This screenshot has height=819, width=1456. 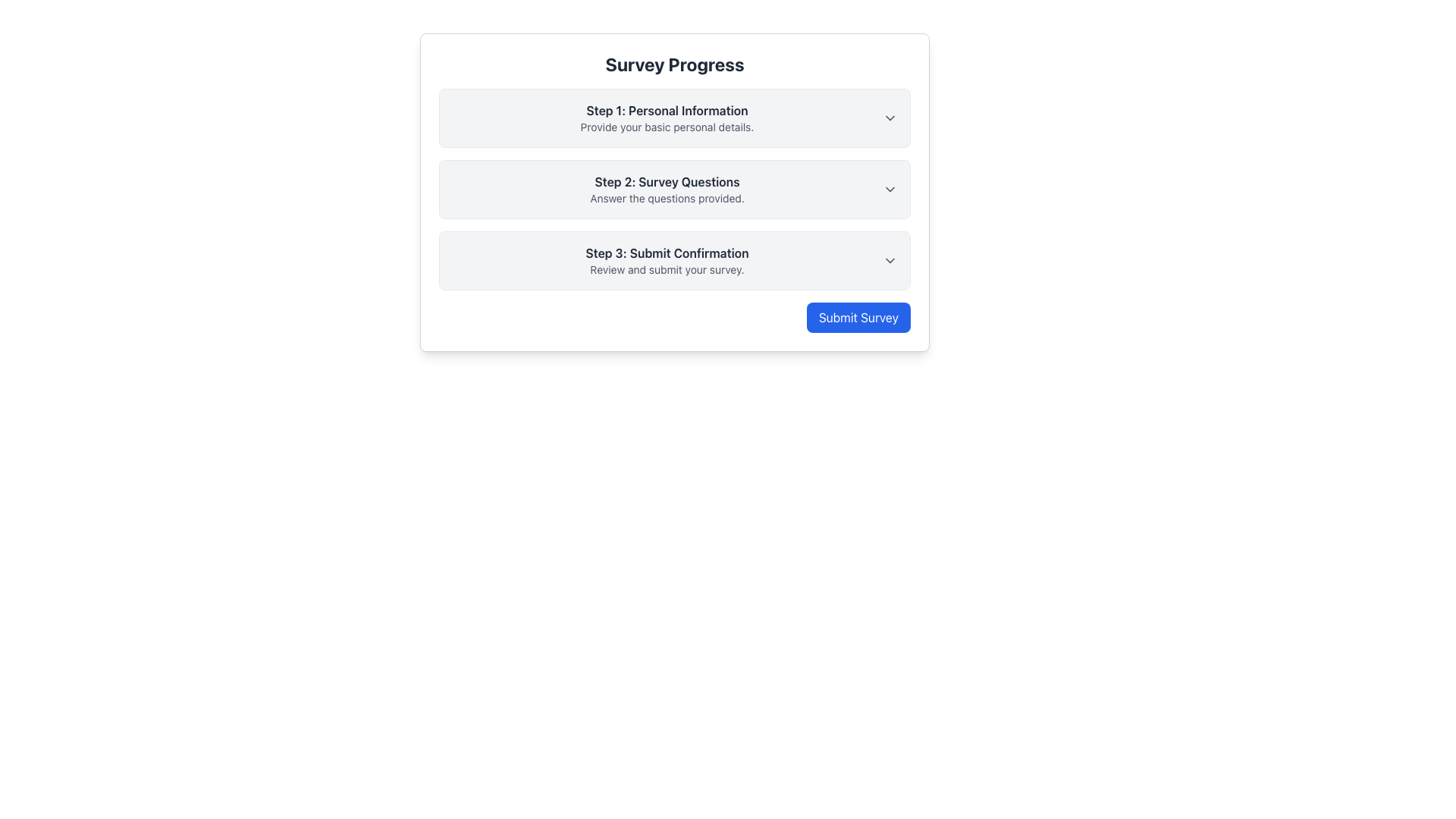 I want to click on the toggle icon located in the 'Step 3: Submit Confirmation' section, so click(x=890, y=259).